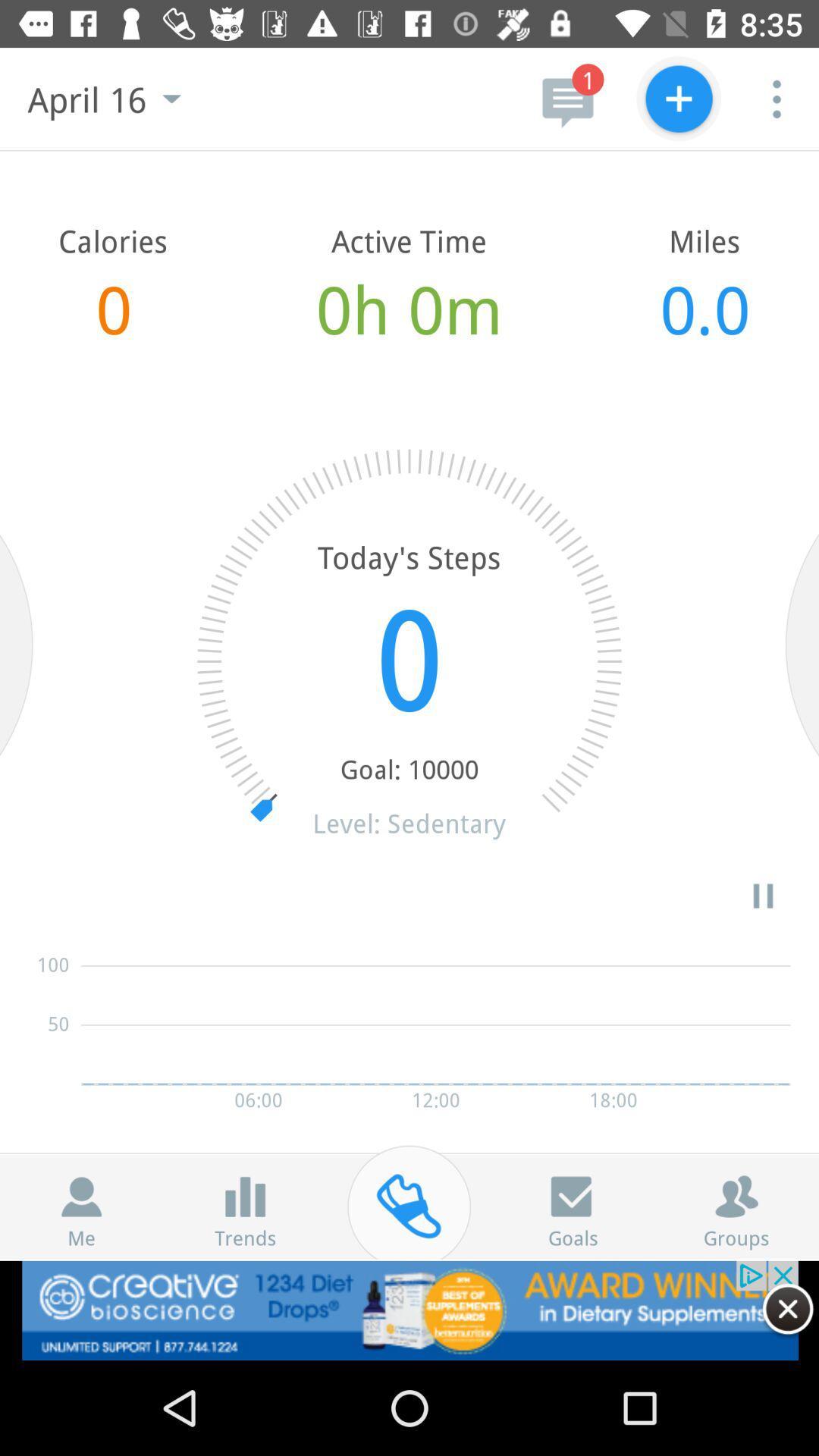 Image resolution: width=819 pixels, height=1456 pixels. Describe the element at coordinates (763, 896) in the screenshot. I see `the pause icon` at that location.